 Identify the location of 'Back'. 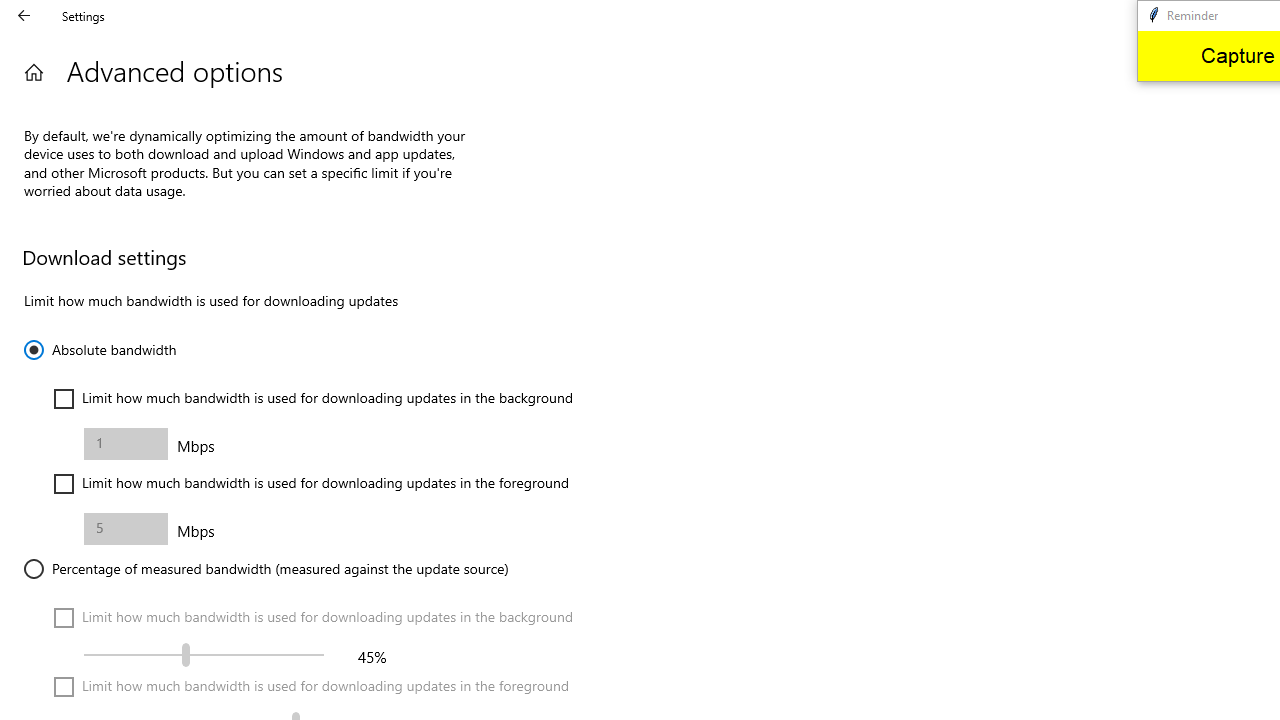
(24, 15).